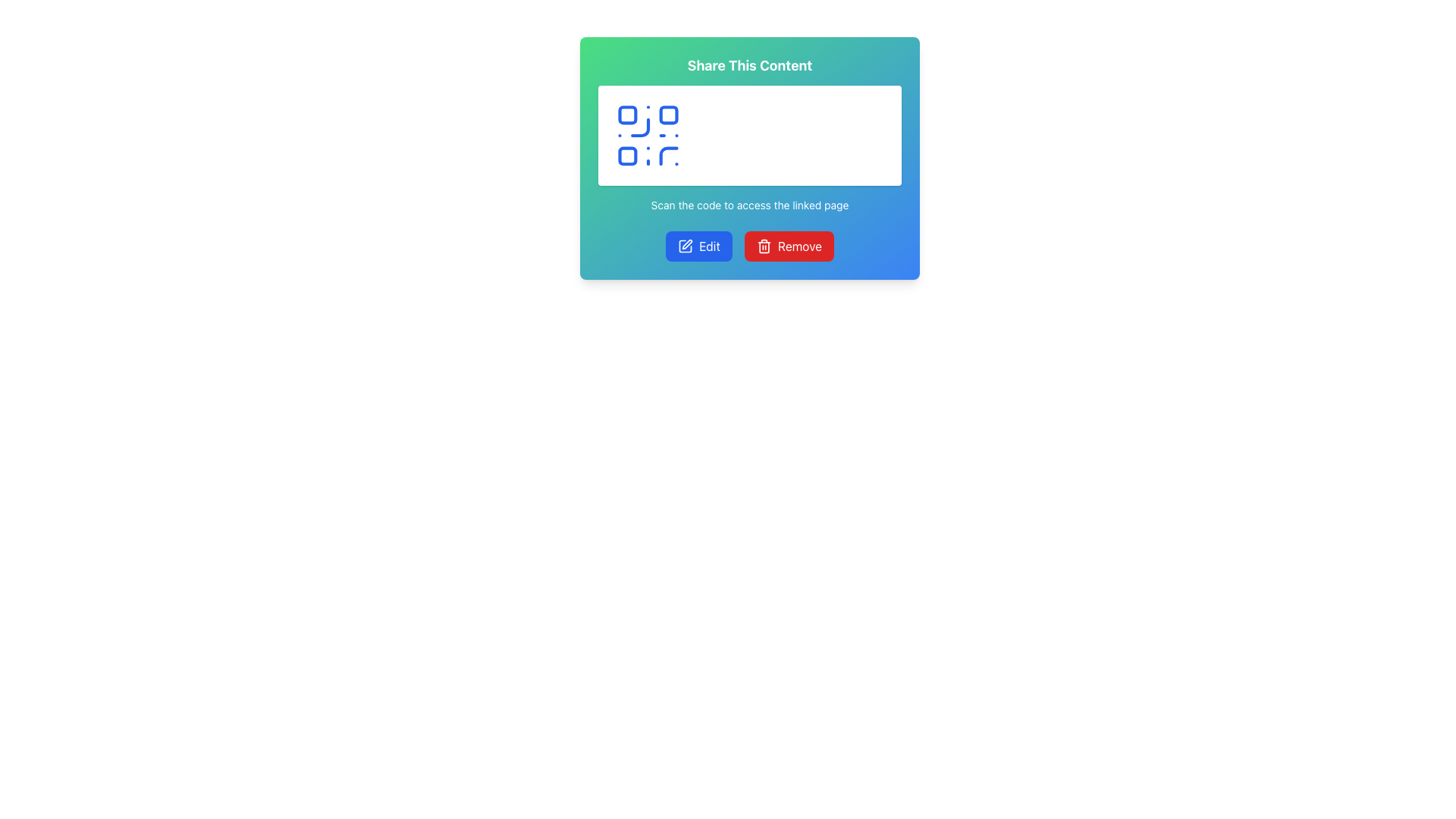 This screenshot has height=819, width=1456. What do you see at coordinates (789, 245) in the screenshot?
I see `the red 'Remove' button with rounded corners and a trash bin icon` at bounding box center [789, 245].